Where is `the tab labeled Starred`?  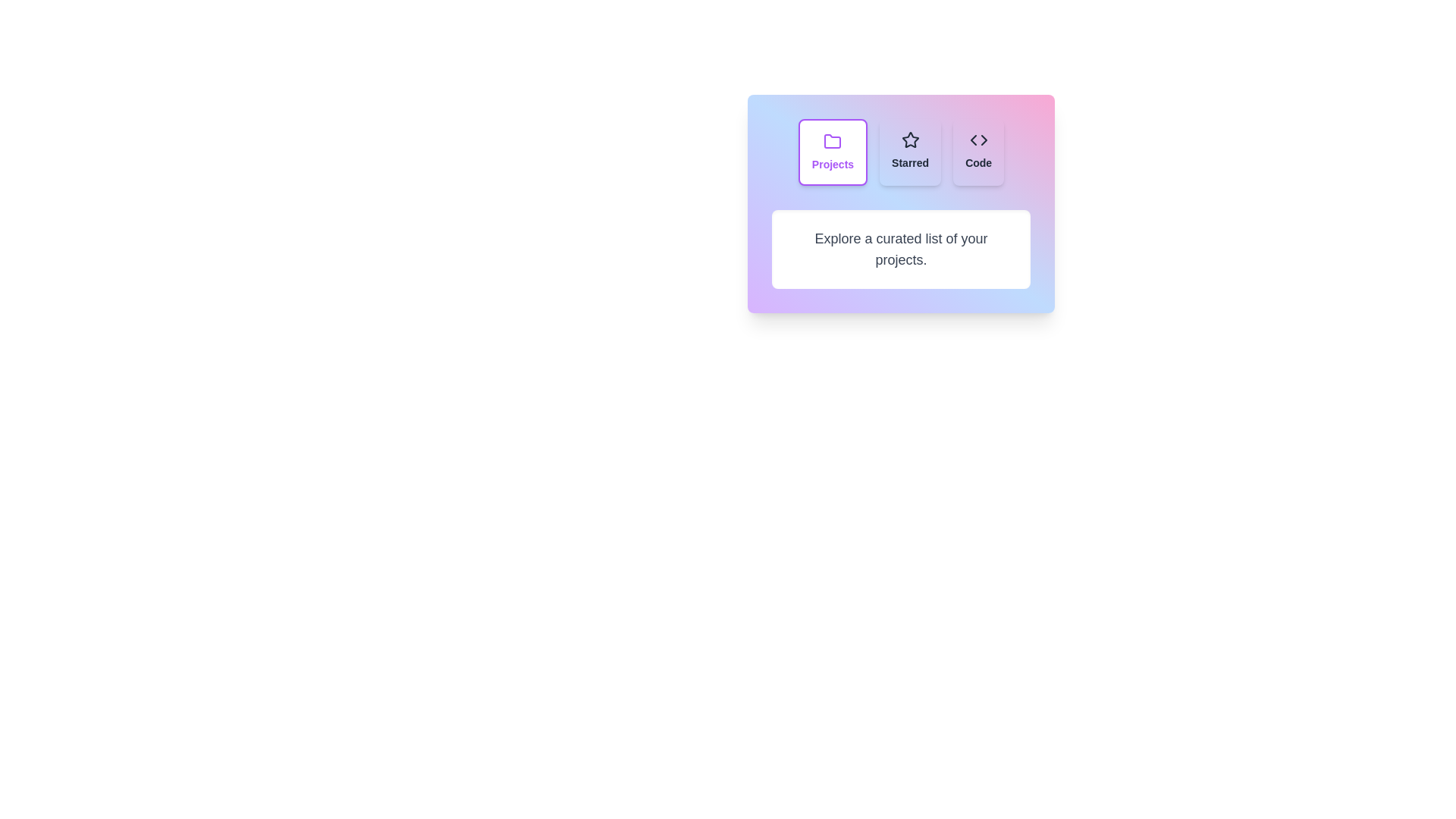
the tab labeled Starred is located at coordinates (910, 152).